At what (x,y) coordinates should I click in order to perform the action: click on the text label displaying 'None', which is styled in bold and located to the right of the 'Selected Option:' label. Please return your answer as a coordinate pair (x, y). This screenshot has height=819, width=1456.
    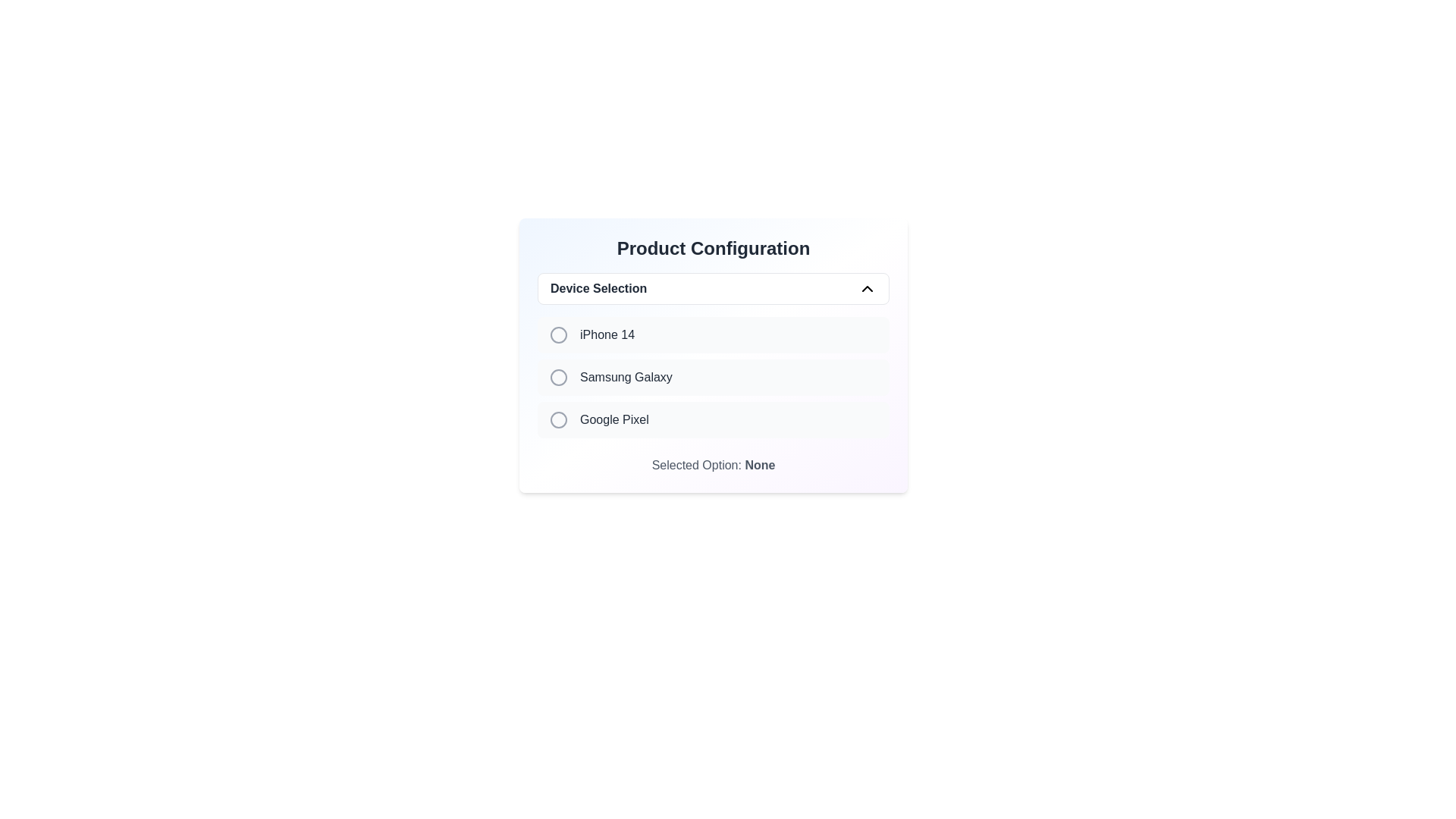
    Looking at the image, I should click on (760, 464).